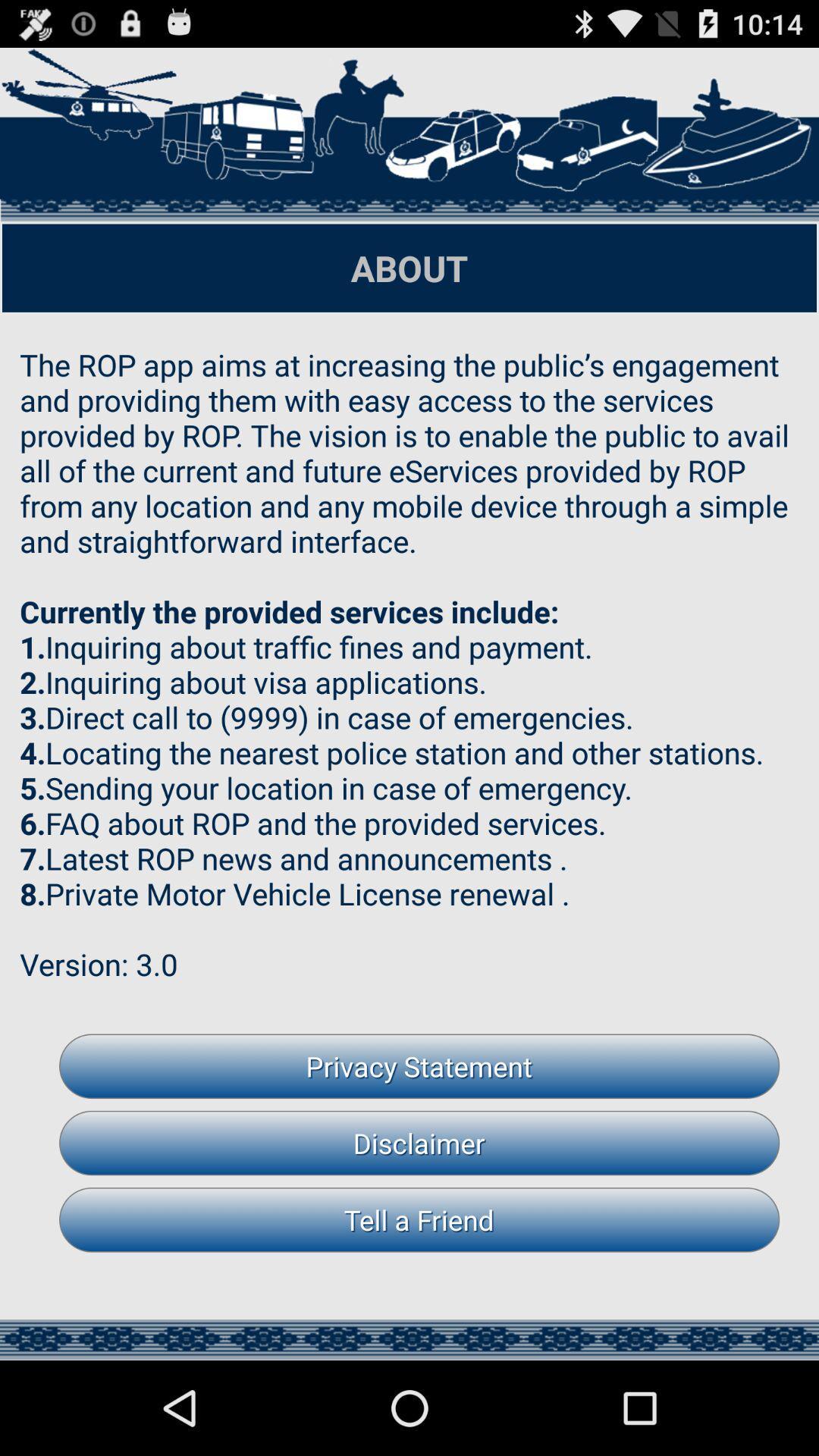 Image resolution: width=819 pixels, height=1456 pixels. I want to click on button below privacy statement button, so click(419, 1143).